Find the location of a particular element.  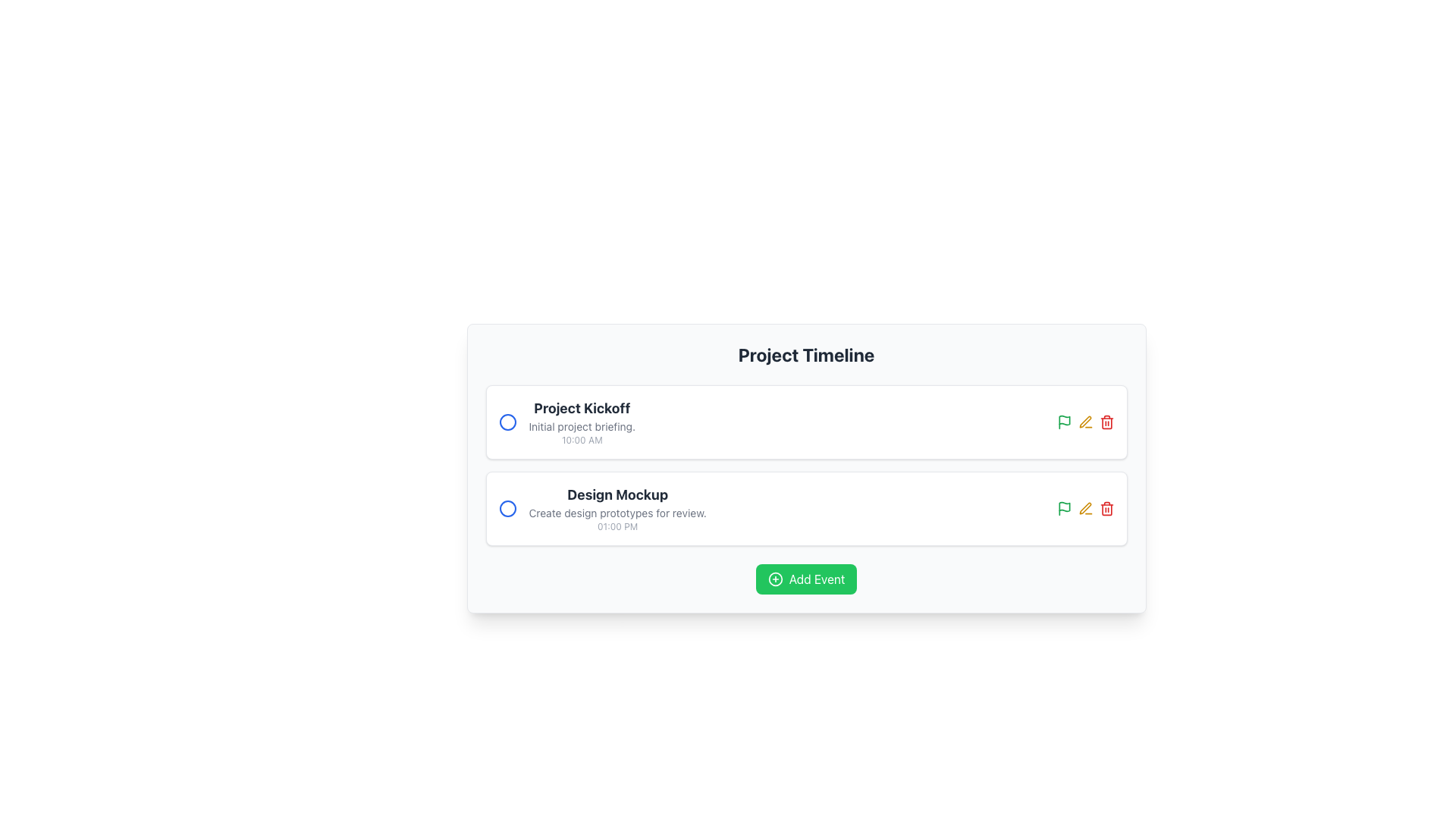

the red trash can icon located at the far-right side of the horizontal row of icons is located at coordinates (1106, 422).